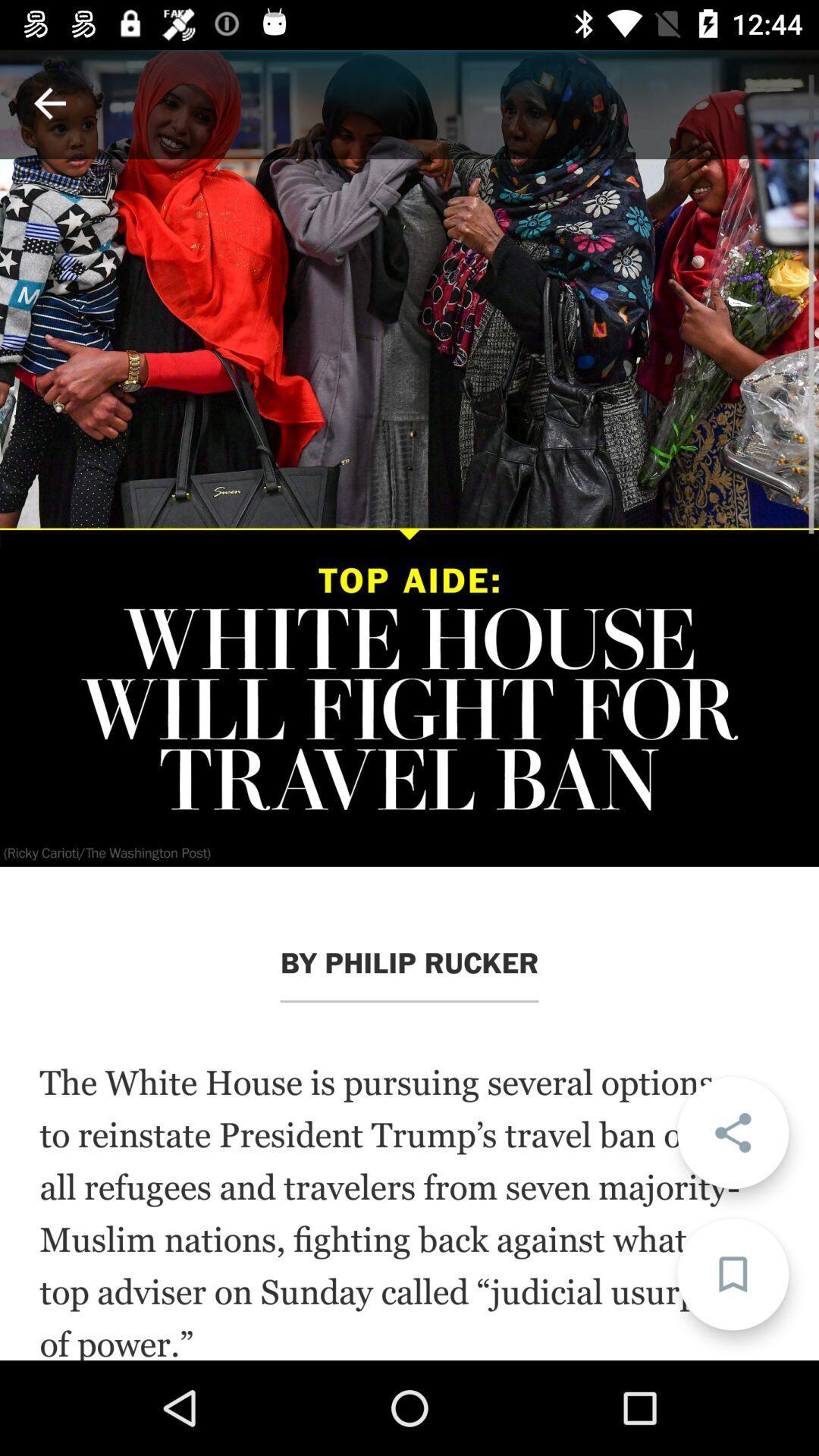 This screenshot has height=1456, width=819. What do you see at coordinates (732, 1274) in the screenshot?
I see `the bookmark icon` at bounding box center [732, 1274].